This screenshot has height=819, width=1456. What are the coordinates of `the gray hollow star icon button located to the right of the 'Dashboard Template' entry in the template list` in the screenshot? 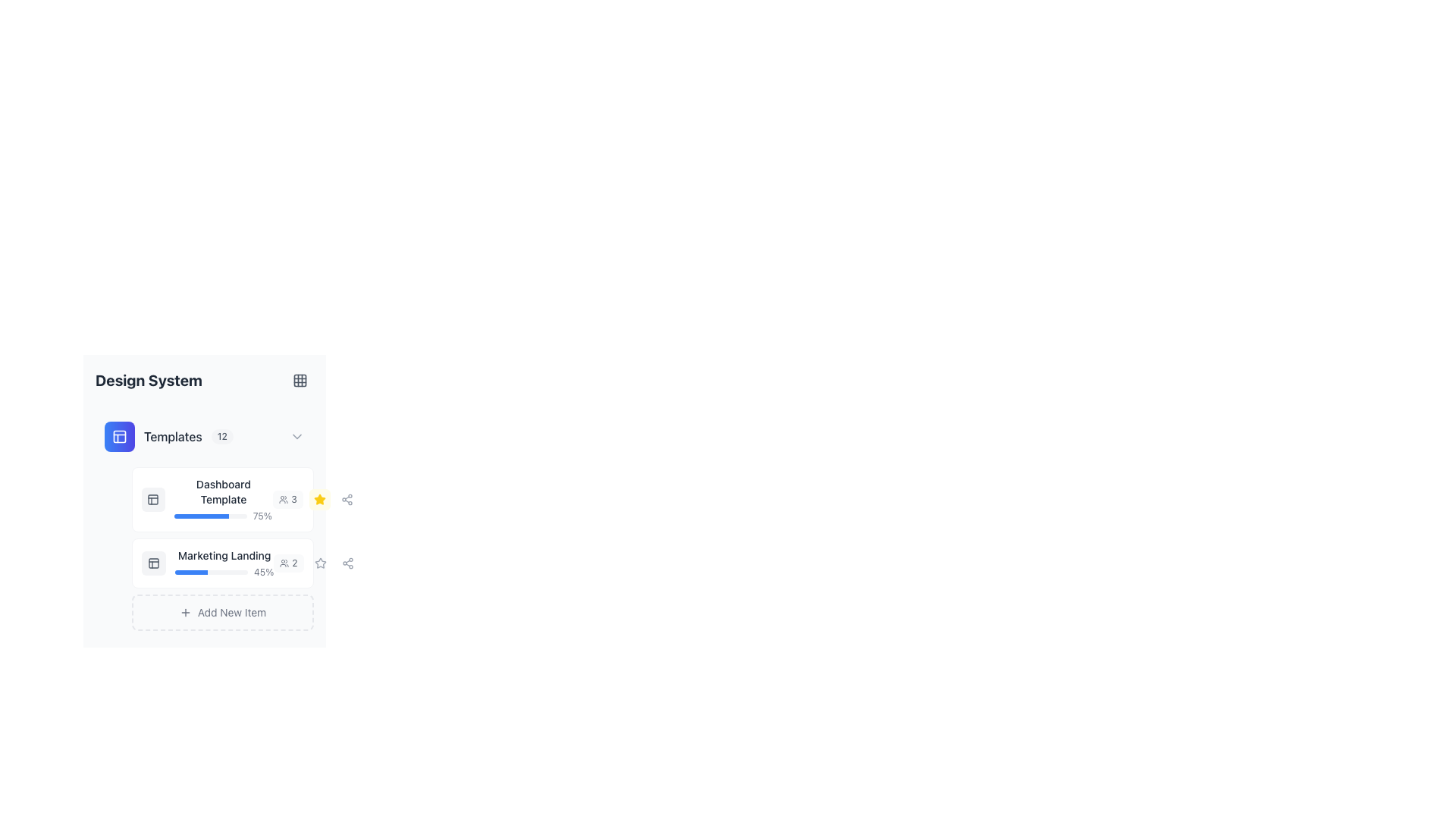 It's located at (319, 563).